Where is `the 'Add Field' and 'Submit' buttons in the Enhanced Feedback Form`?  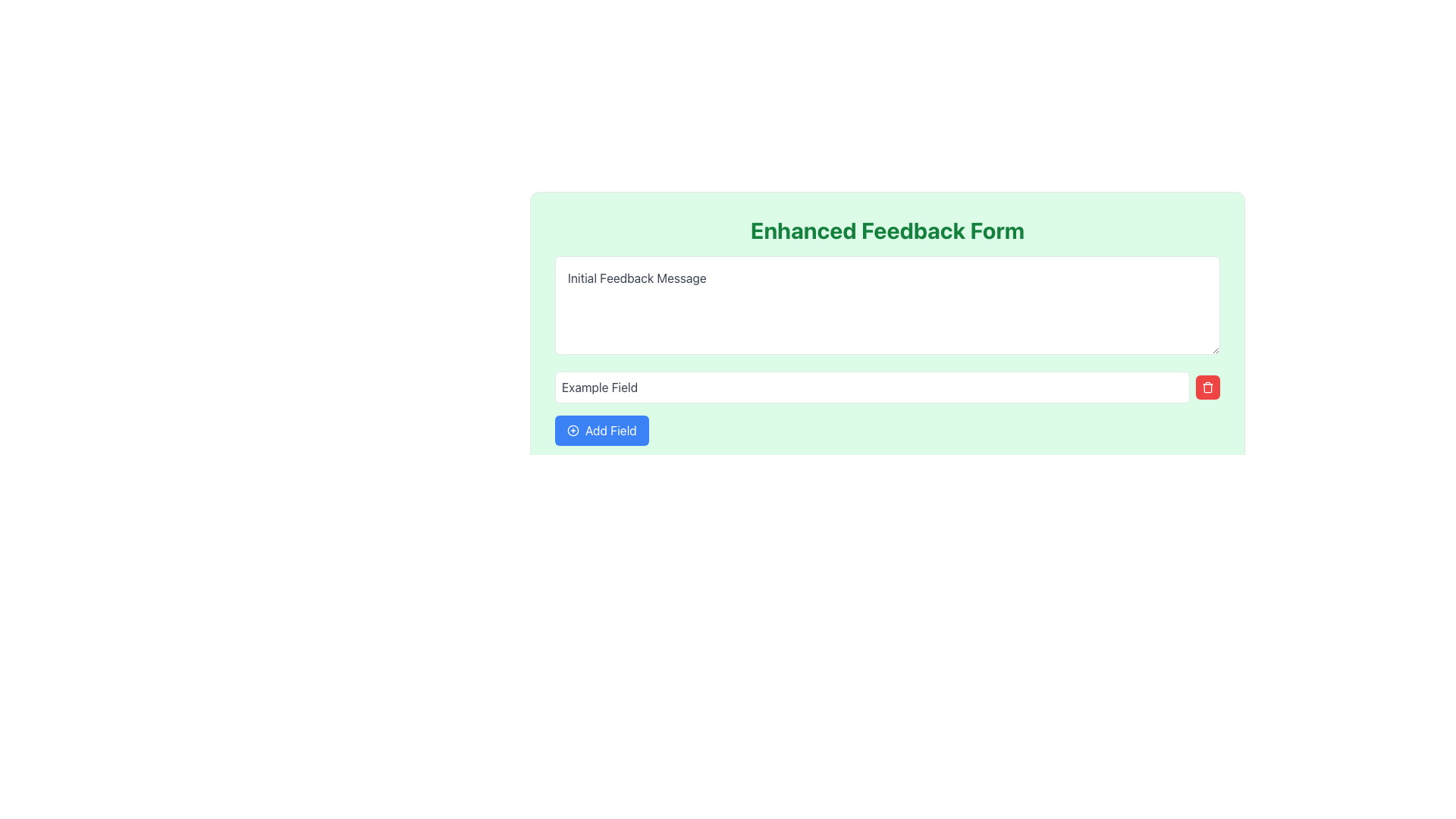
the 'Add Field' and 'Submit' buttons in the Enhanced Feedback Form is located at coordinates (887, 359).